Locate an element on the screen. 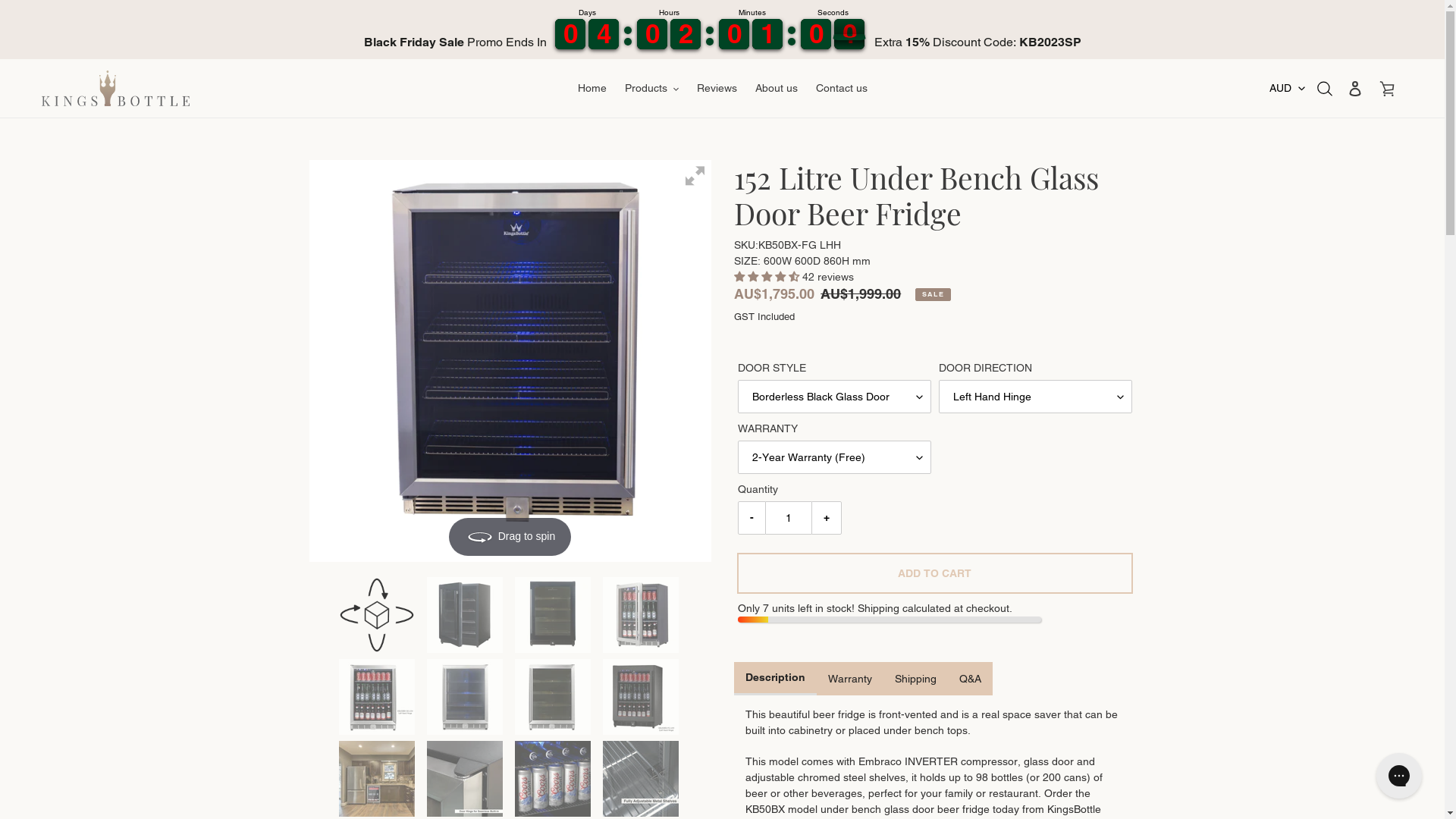 The image size is (1456, 819). 'About us' is located at coordinates (776, 88).